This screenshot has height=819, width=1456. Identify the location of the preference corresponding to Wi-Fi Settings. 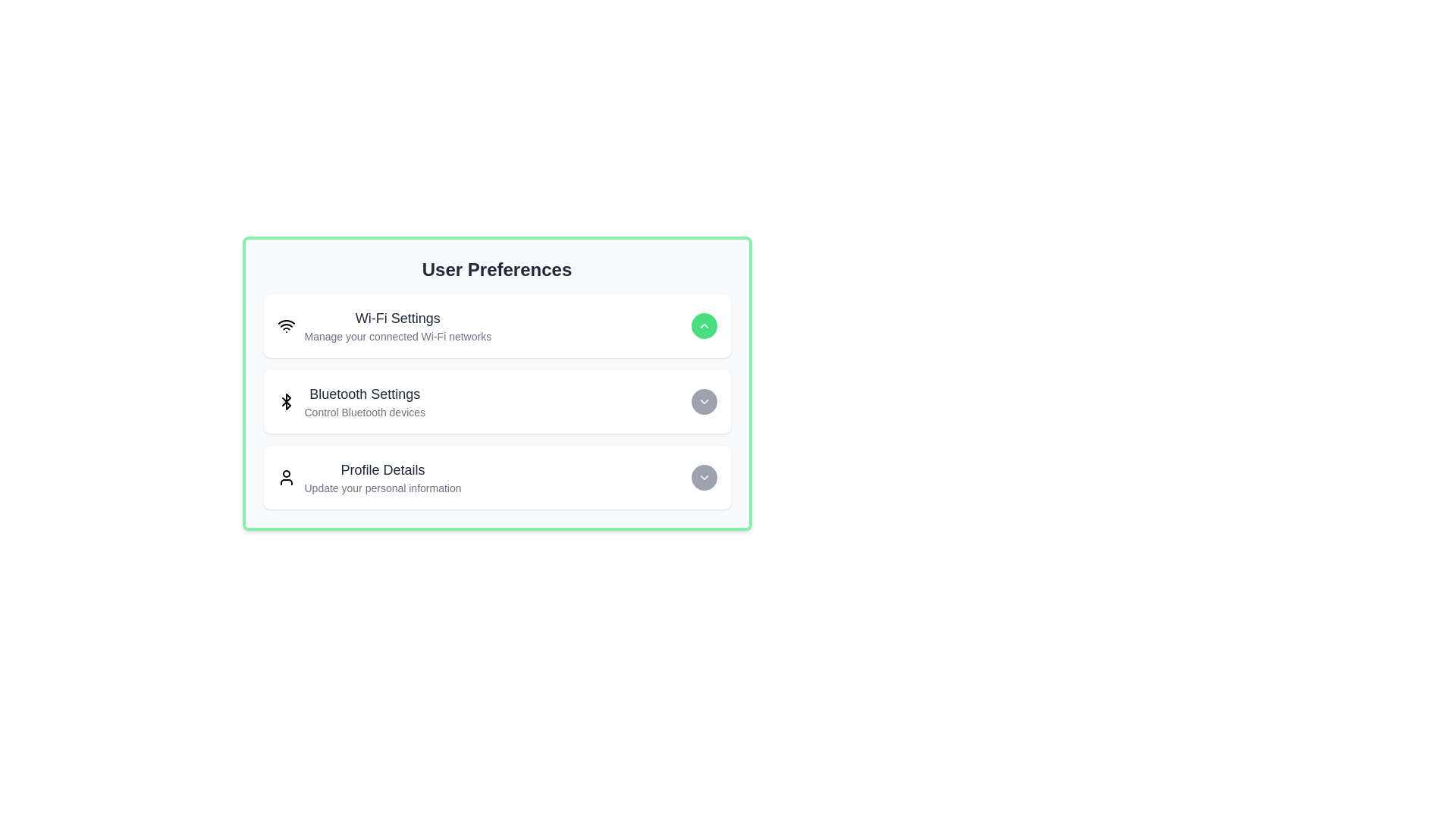
(703, 325).